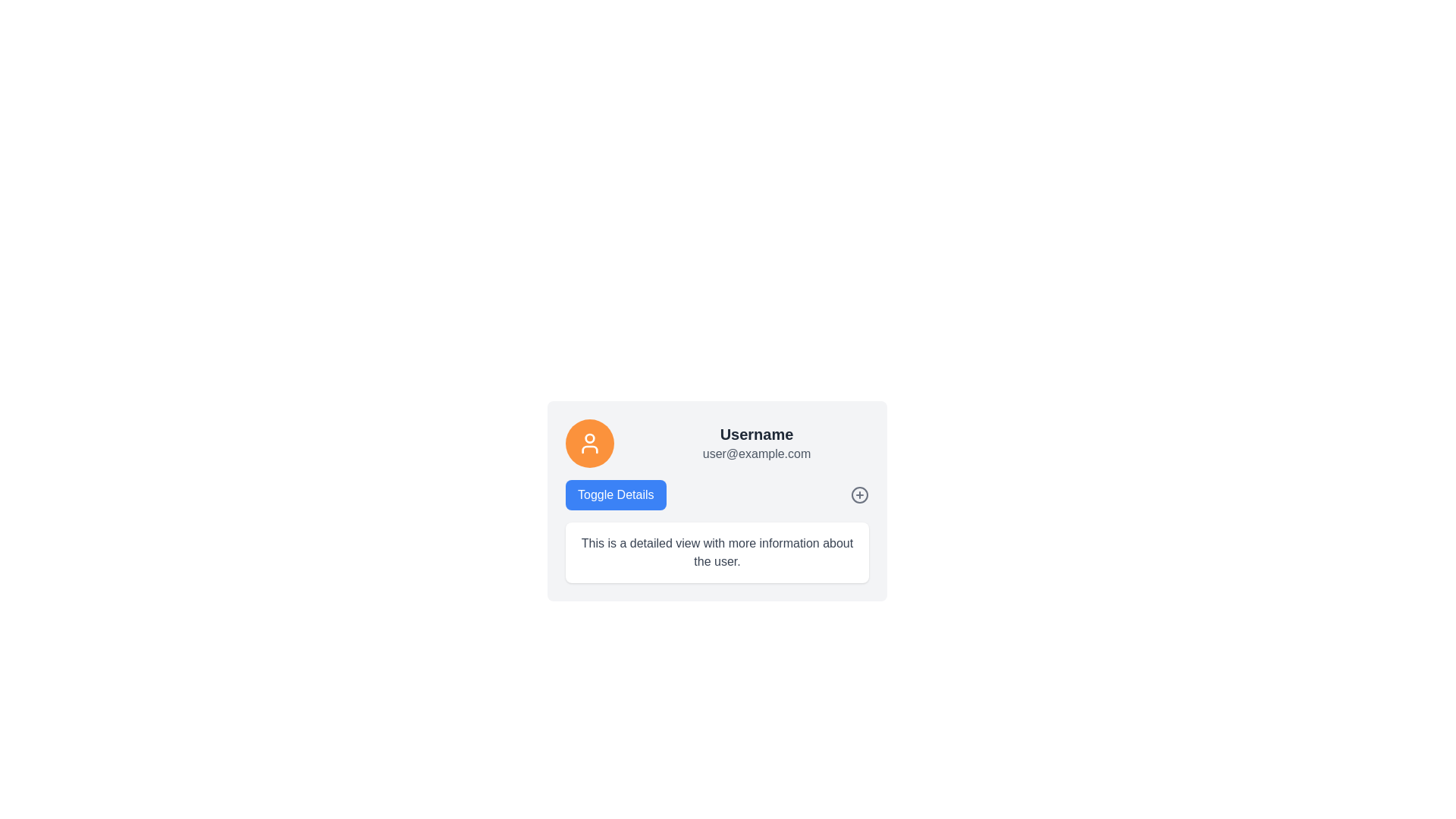 The width and height of the screenshot is (1456, 819). What do you see at coordinates (757, 444) in the screenshot?
I see `the Text Display Component that shows 'Username' and 'user@example.com' in a white background box located in the upper-right section of the card UI layout` at bounding box center [757, 444].